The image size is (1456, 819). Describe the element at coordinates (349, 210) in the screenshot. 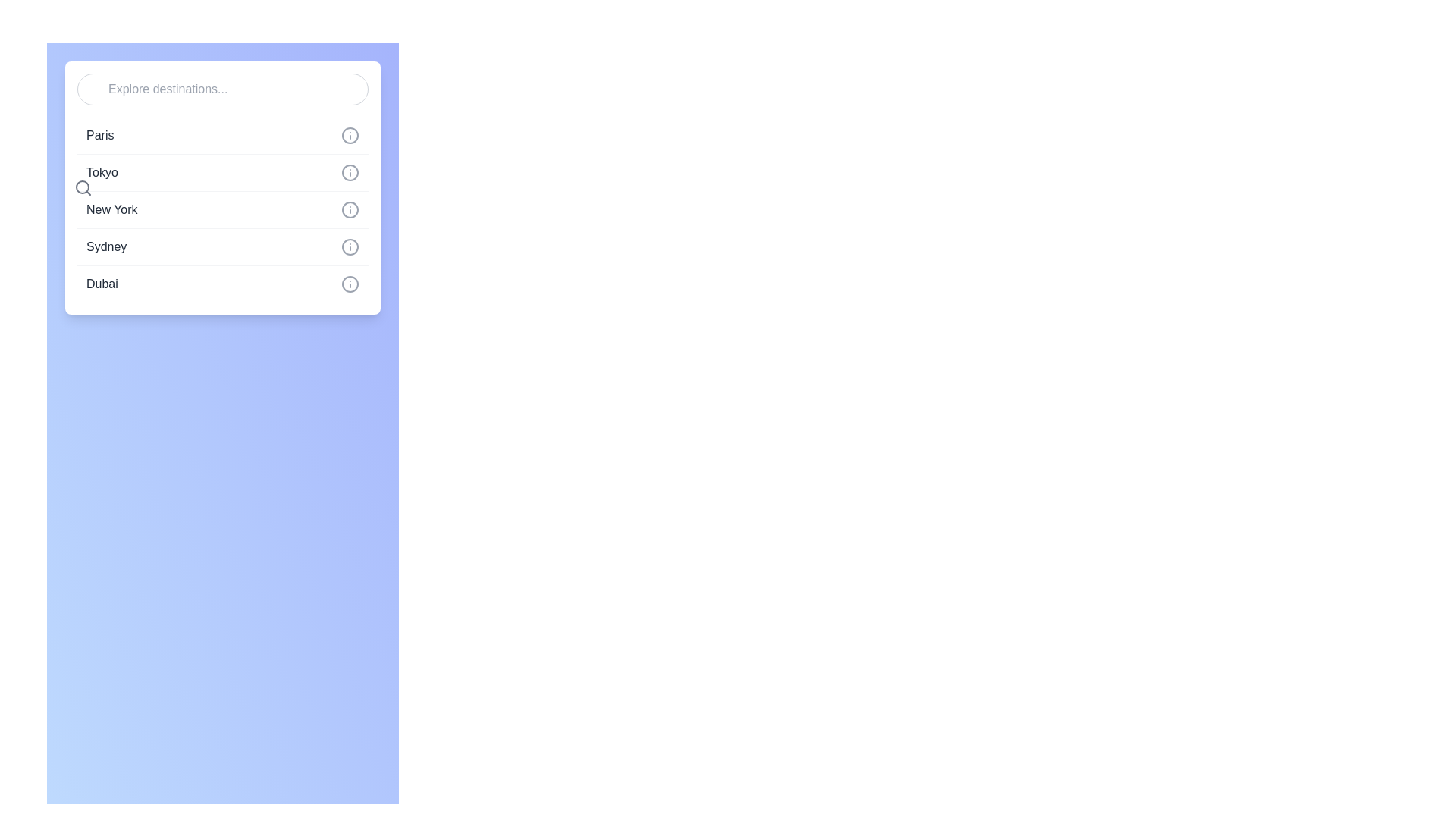

I see `the SVG circle element located at the far-right end of the 'New York' list item` at that location.